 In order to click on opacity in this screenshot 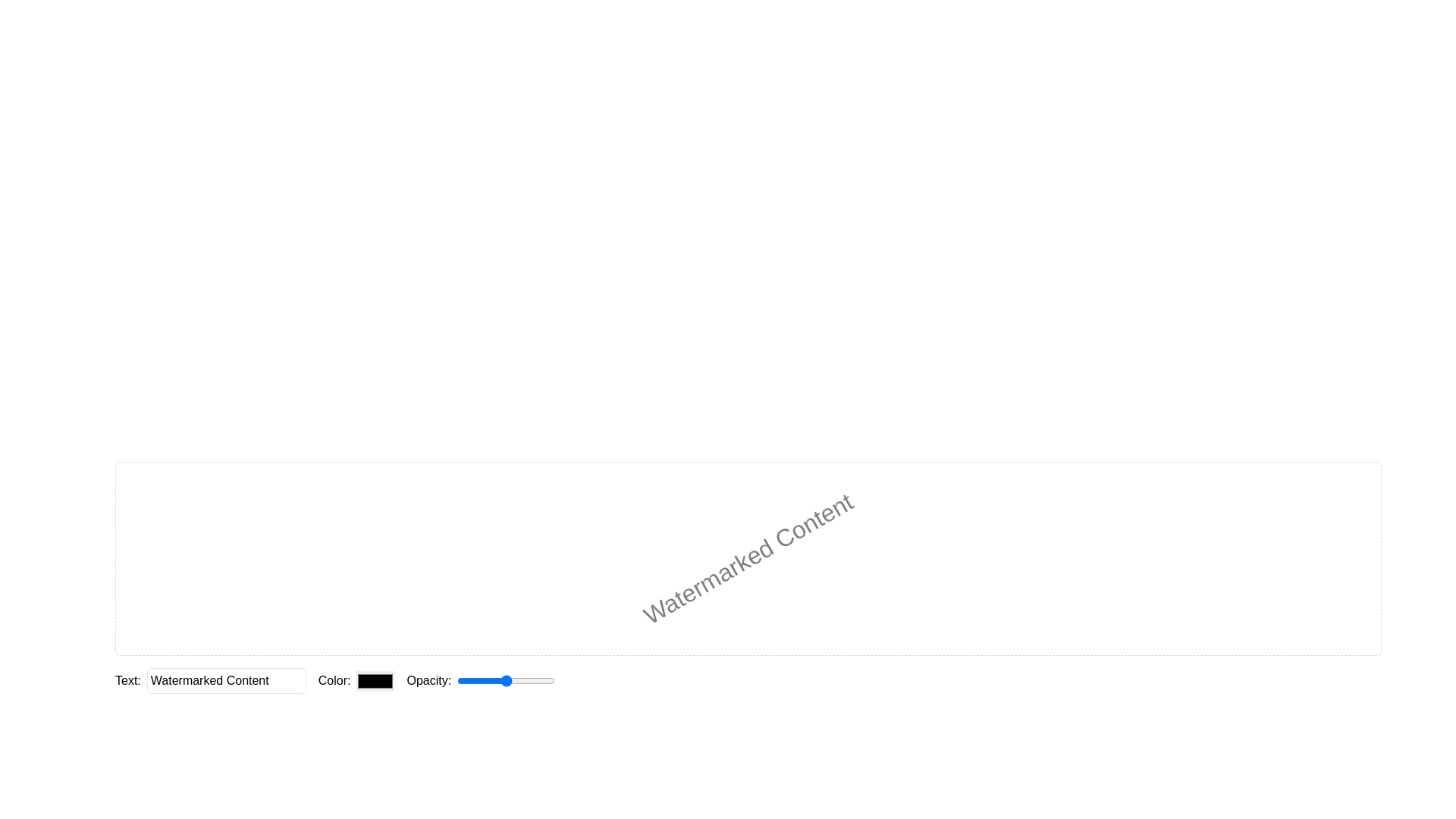, I will do `click(553, 680)`.